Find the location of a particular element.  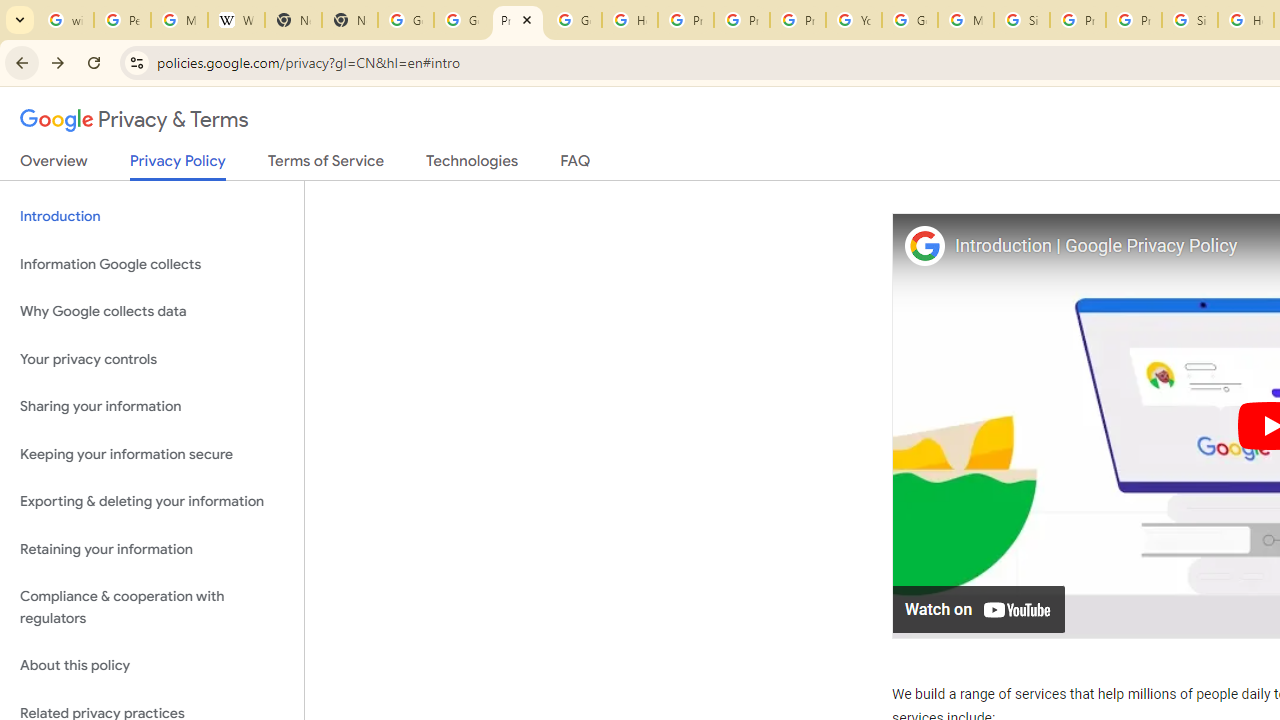

'Exporting & deleting your information' is located at coordinates (151, 501).